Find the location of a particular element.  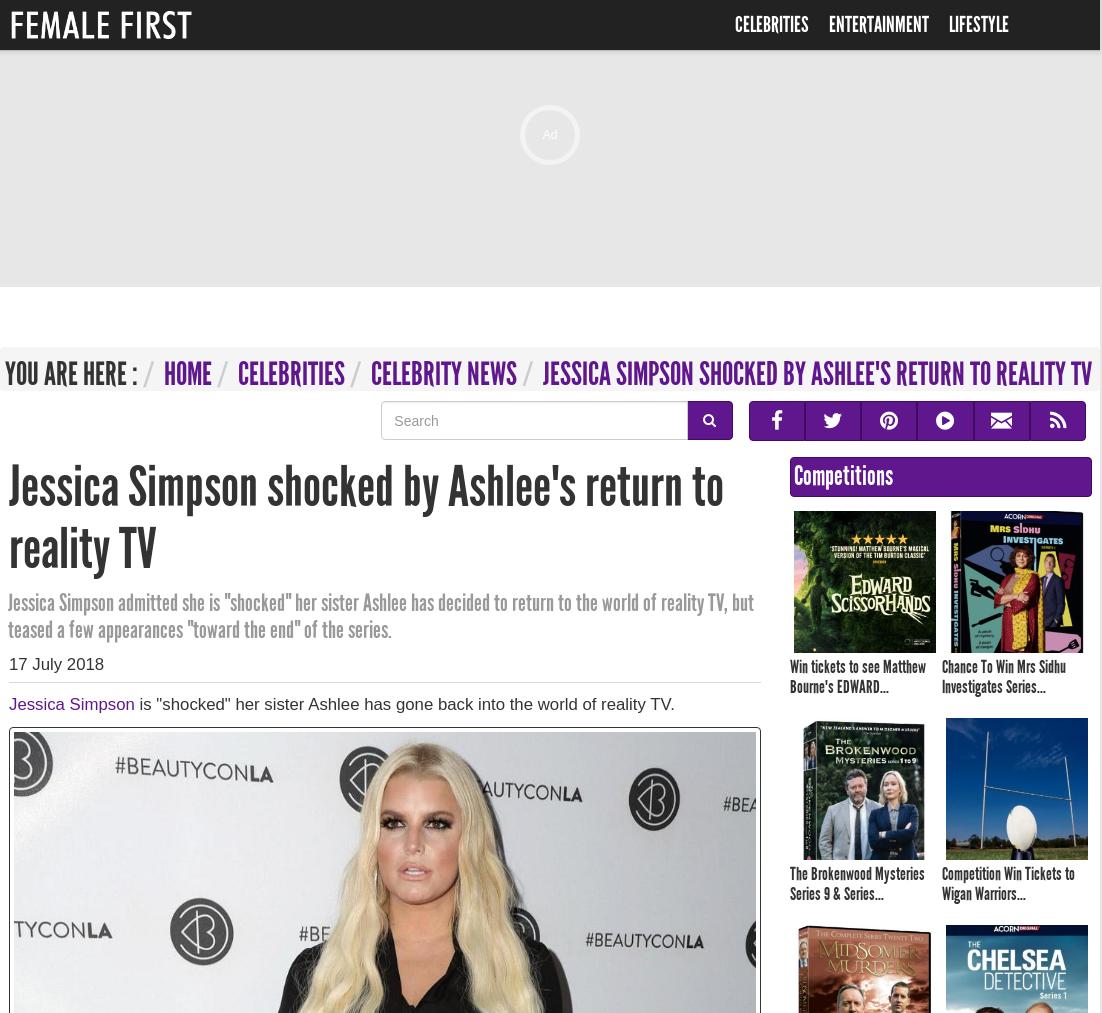

'Ad' is located at coordinates (549, 135).